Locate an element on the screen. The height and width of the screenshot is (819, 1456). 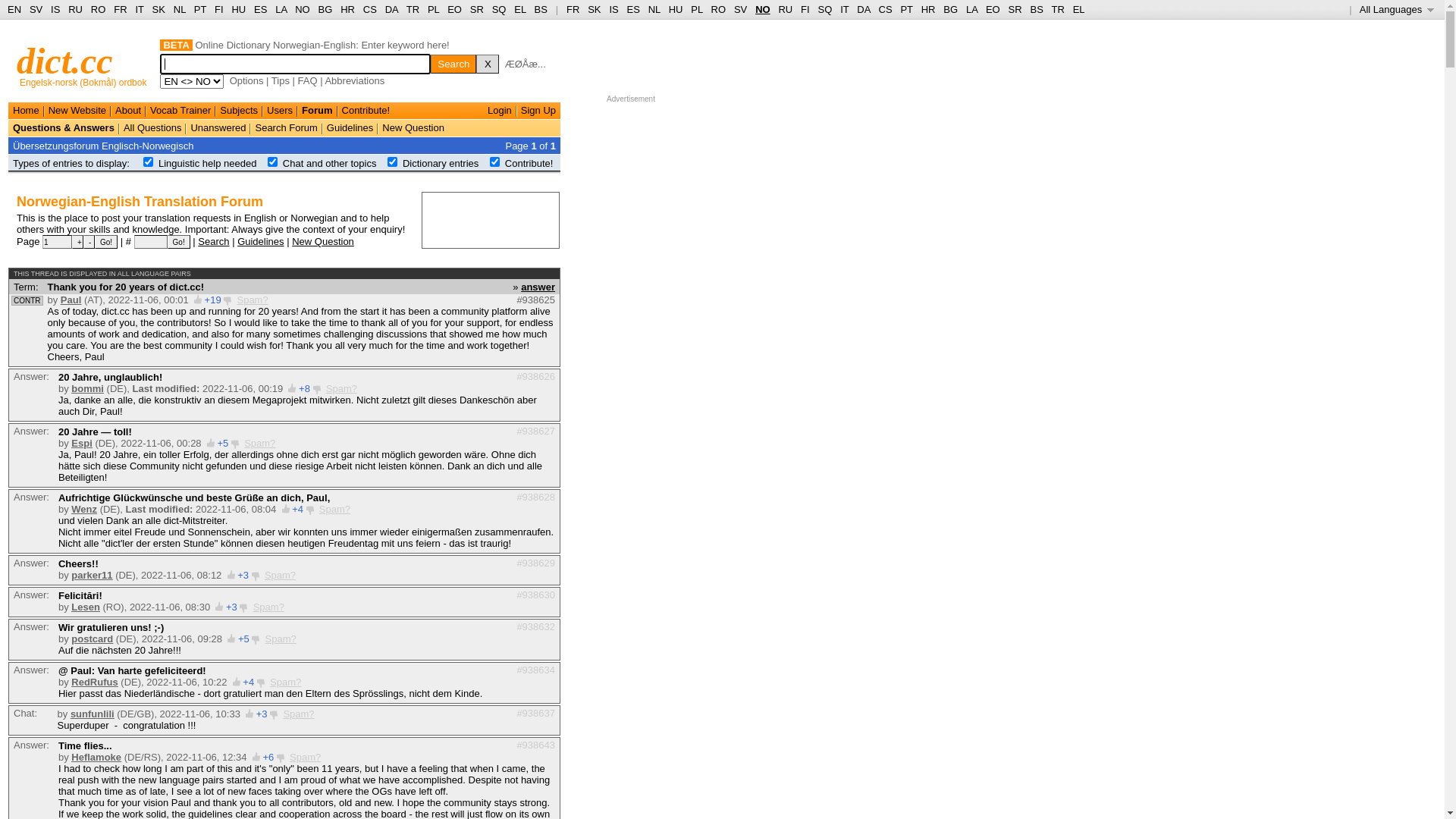
'Heflamoke' is located at coordinates (71, 757).